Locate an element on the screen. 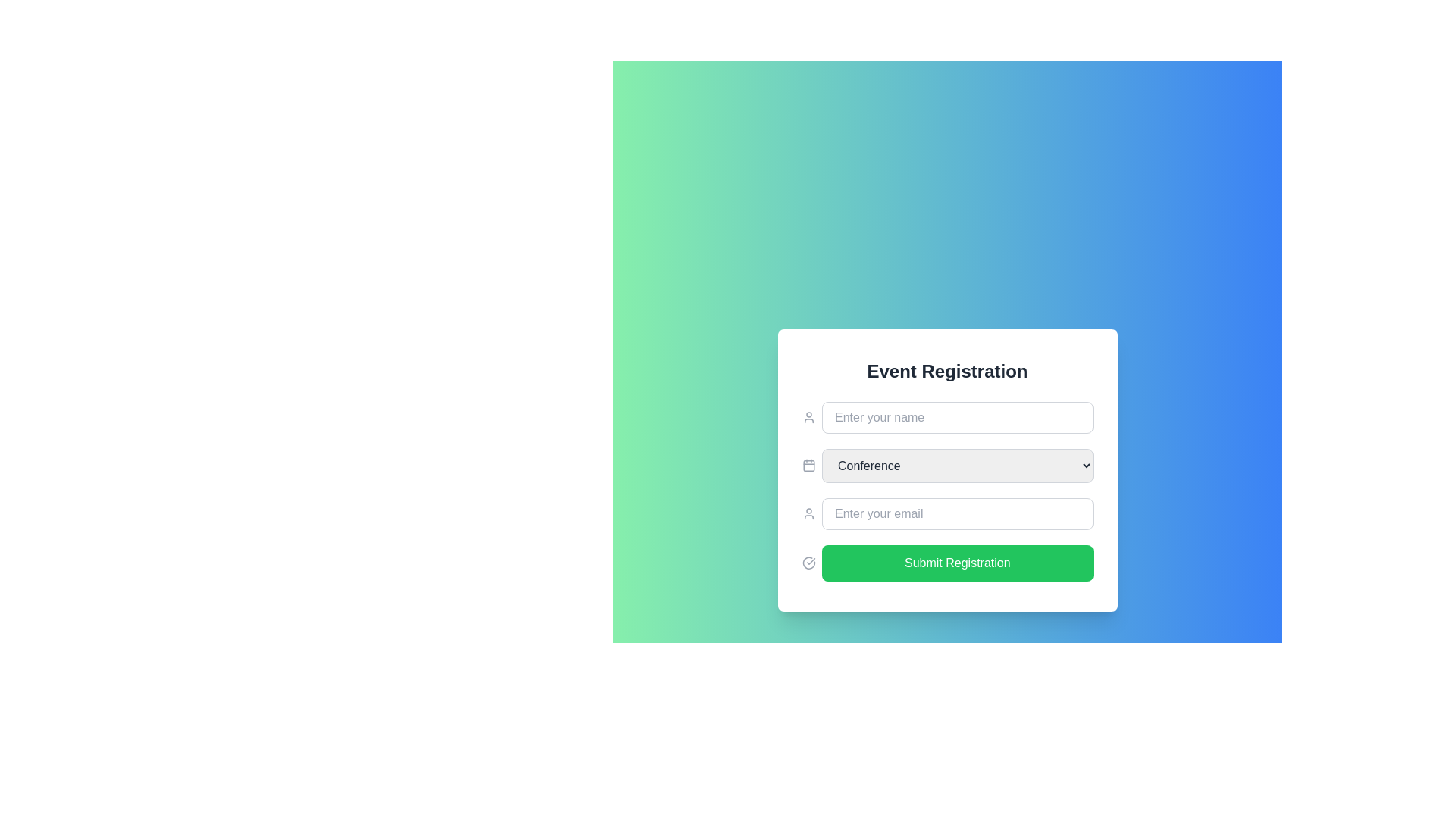  the 'Submit Registration' button is located at coordinates (956, 563).